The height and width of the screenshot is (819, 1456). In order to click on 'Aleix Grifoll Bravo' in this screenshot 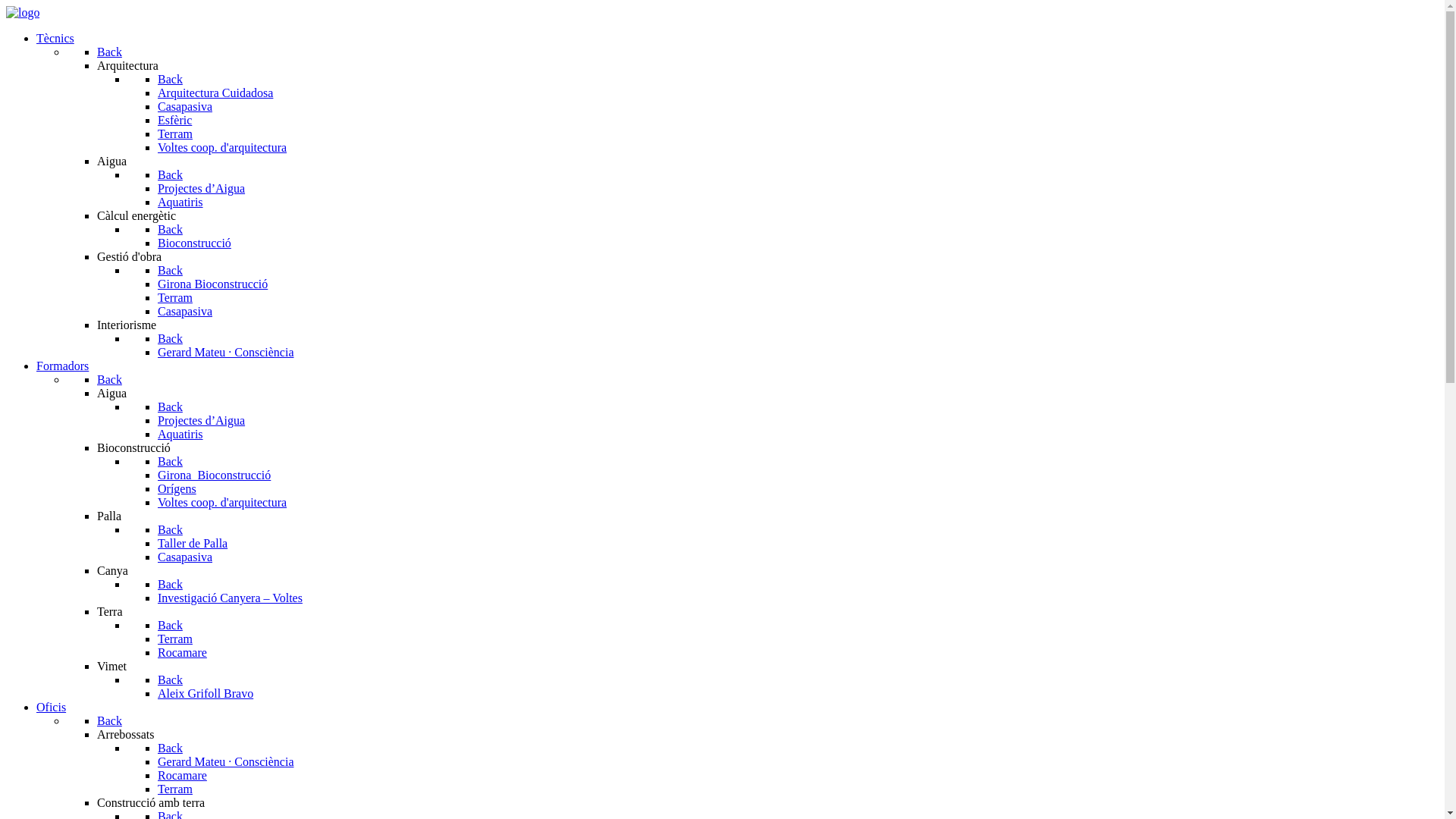, I will do `click(204, 693)`.